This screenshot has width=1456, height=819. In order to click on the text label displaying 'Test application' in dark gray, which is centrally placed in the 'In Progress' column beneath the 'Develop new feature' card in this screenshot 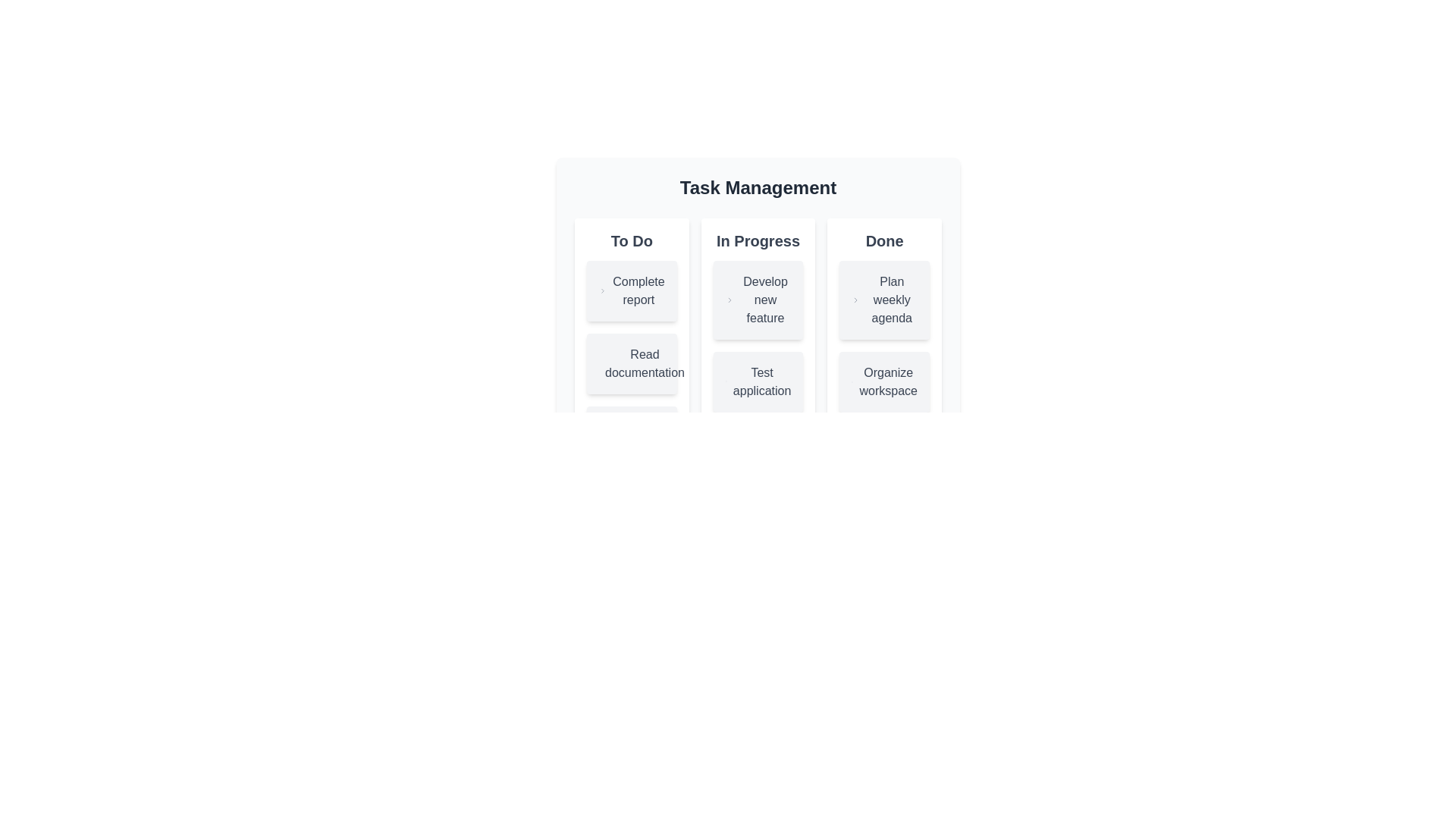, I will do `click(762, 381)`.